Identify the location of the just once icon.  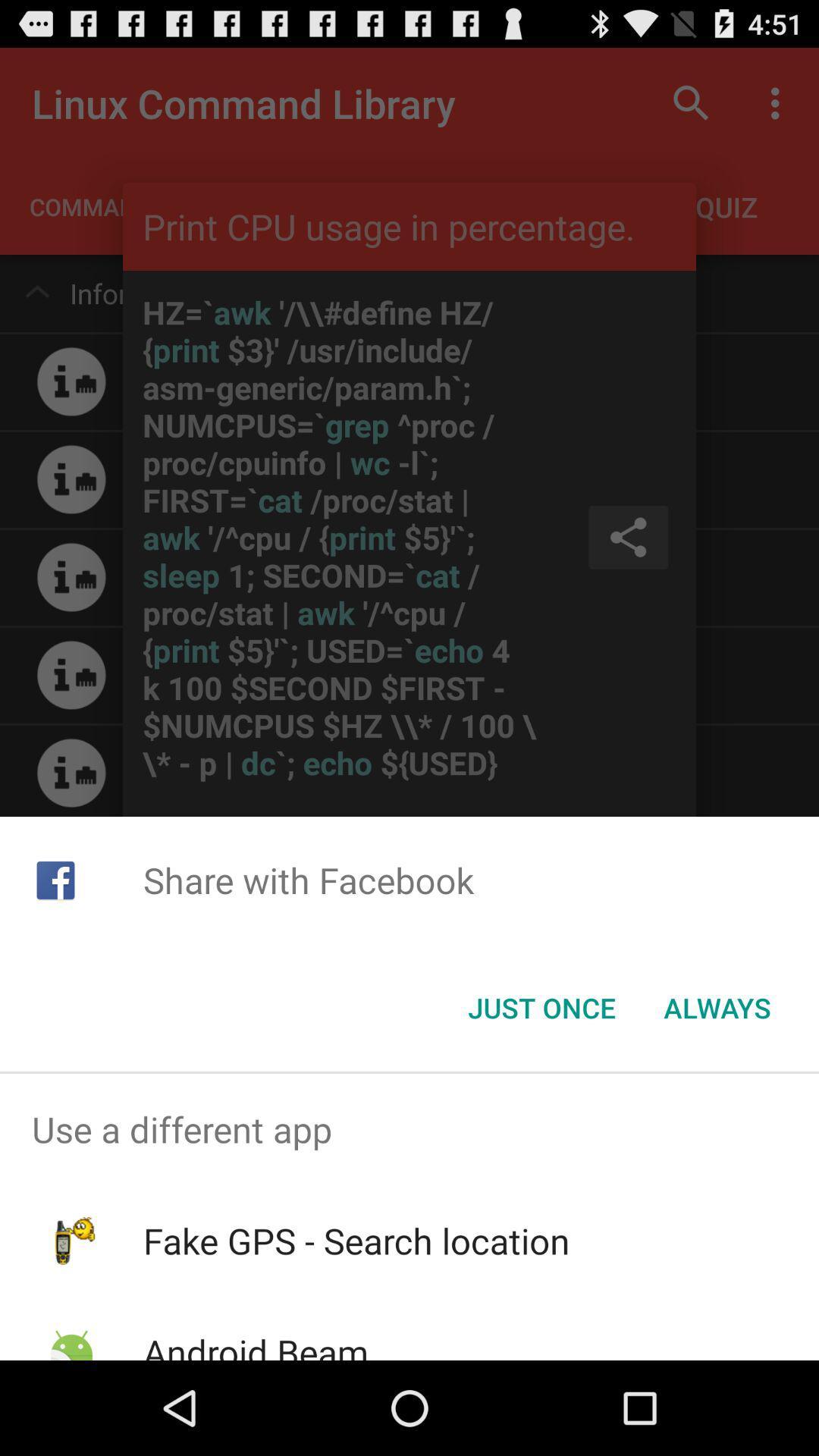
(541, 1008).